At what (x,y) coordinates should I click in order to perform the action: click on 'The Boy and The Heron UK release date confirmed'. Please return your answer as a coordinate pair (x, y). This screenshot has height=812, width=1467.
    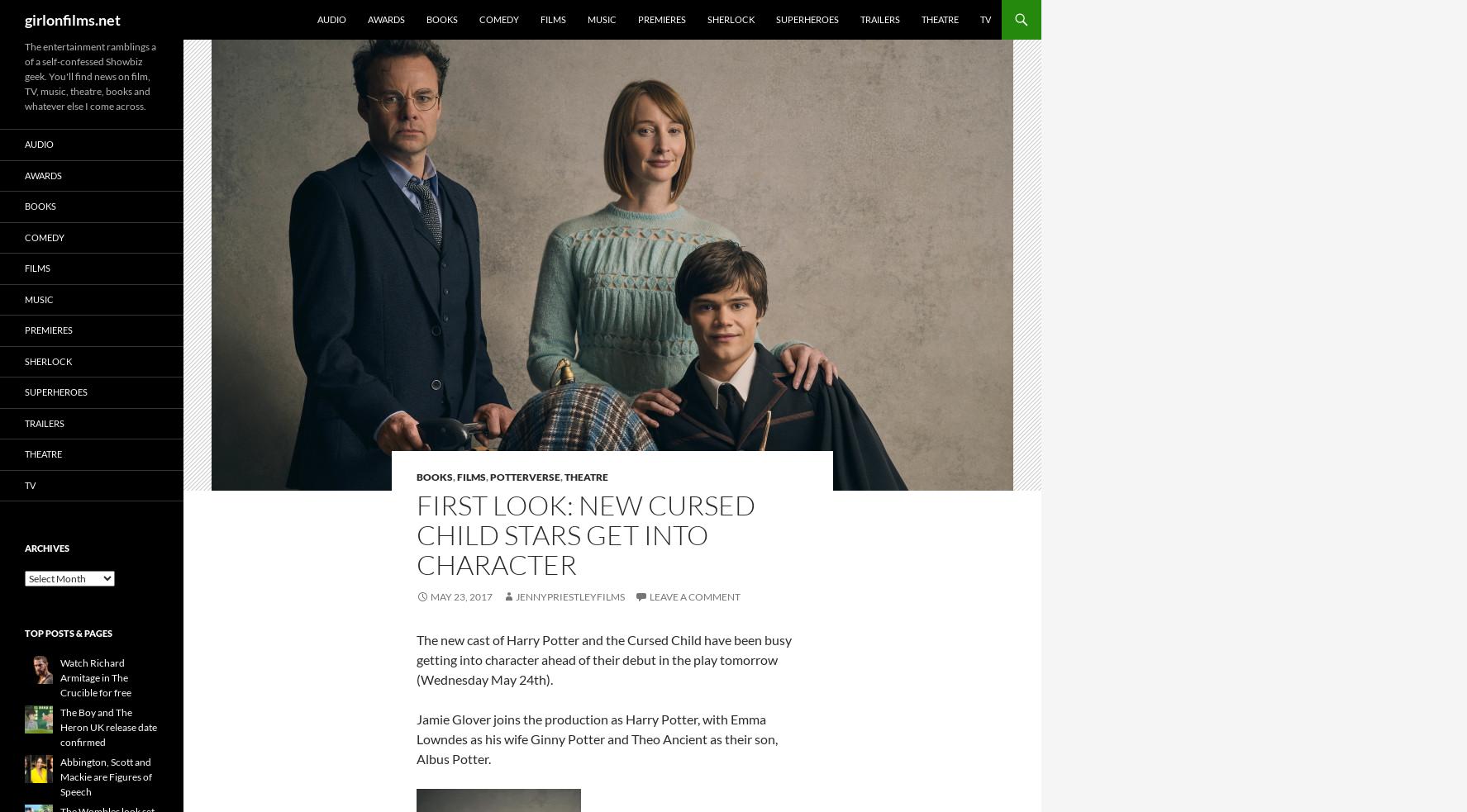
    Looking at the image, I should click on (108, 727).